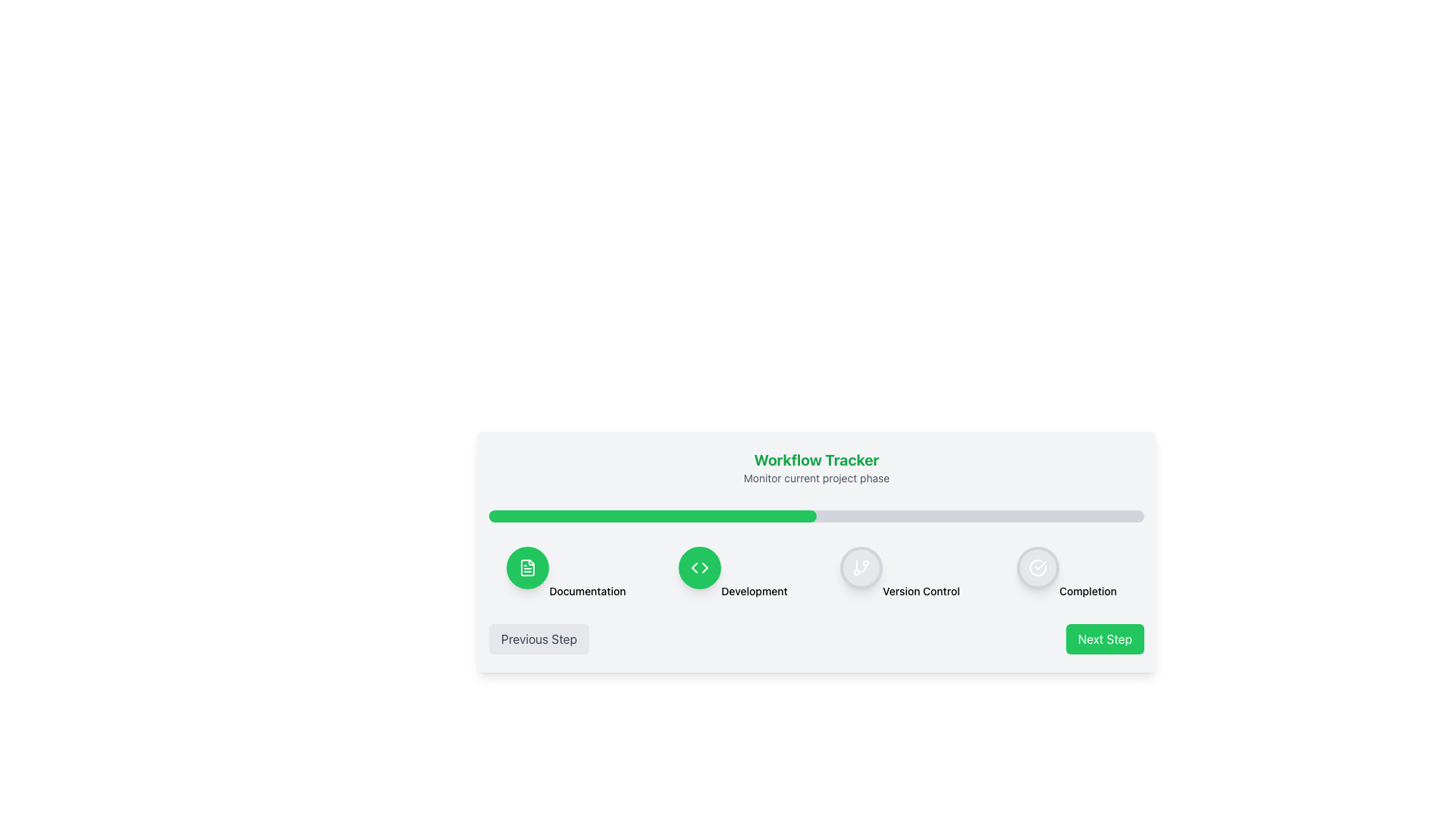 The image size is (1456, 819). Describe the element at coordinates (699, 567) in the screenshot. I see `the state of the 'Development' button in the workflow tracker, which is positioned between 'Documentation' and 'Version Control'` at that location.